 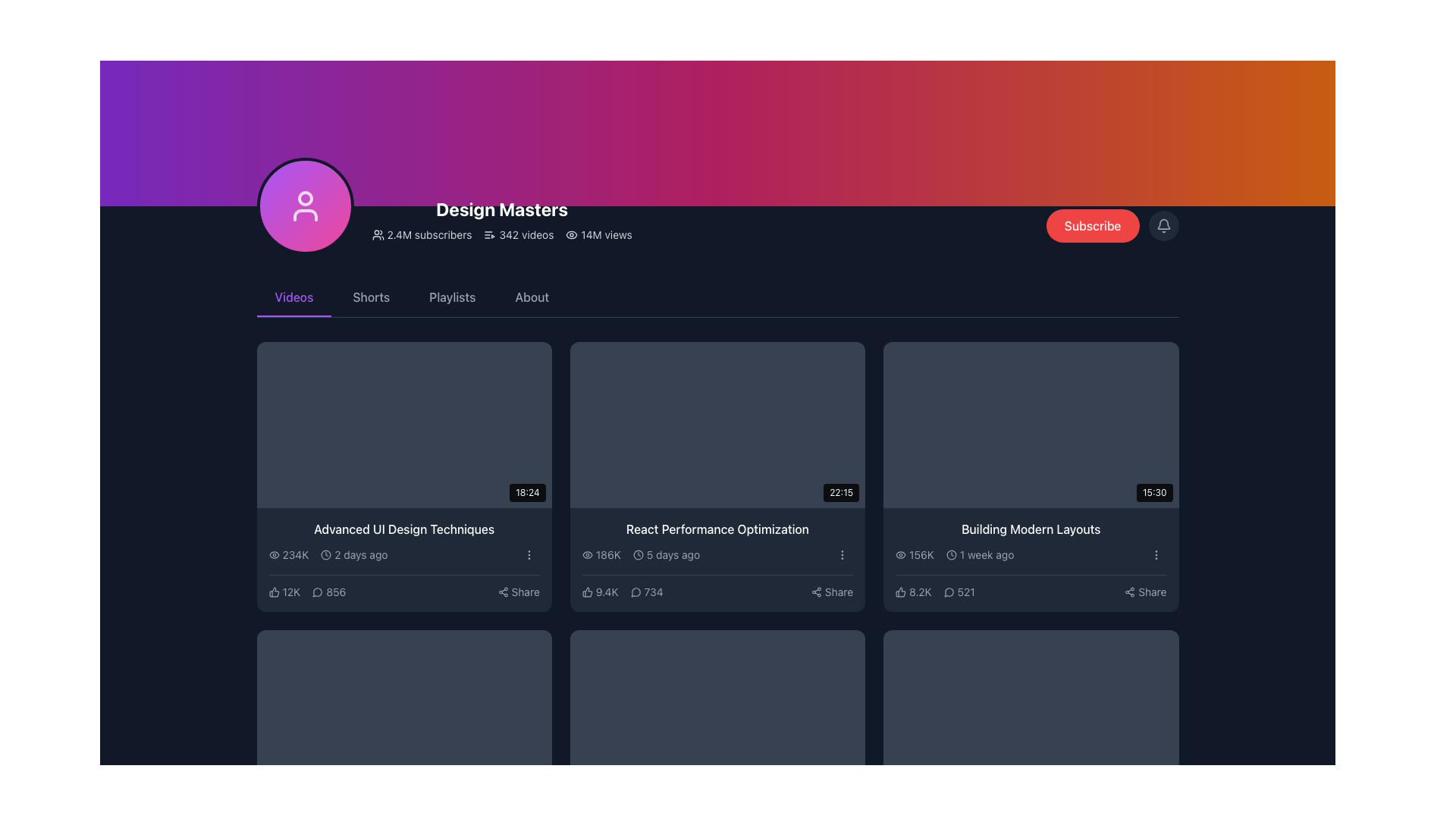 What do you see at coordinates (901, 555) in the screenshot?
I see `the eye icon that symbolizes the number of views for the video titled 'Building Modern Layouts', located to the left of the text '156K'` at bounding box center [901, 555].